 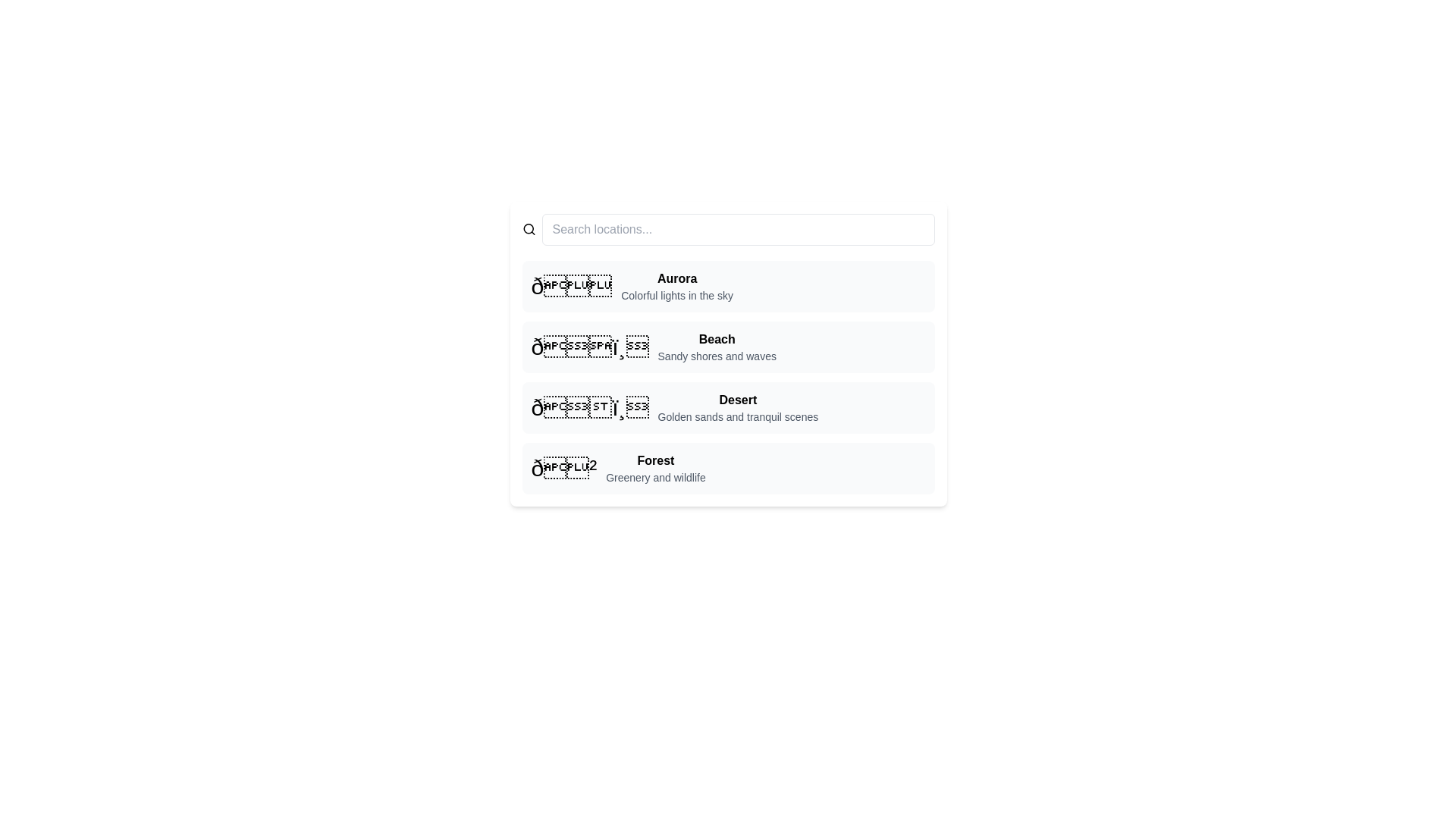 I want to click on the text label displaying 'Colorful lights in the sky', which is styled in a smaller font size and gray color, positioned directly below the title 'Aurora', so click(x=676, y=295).